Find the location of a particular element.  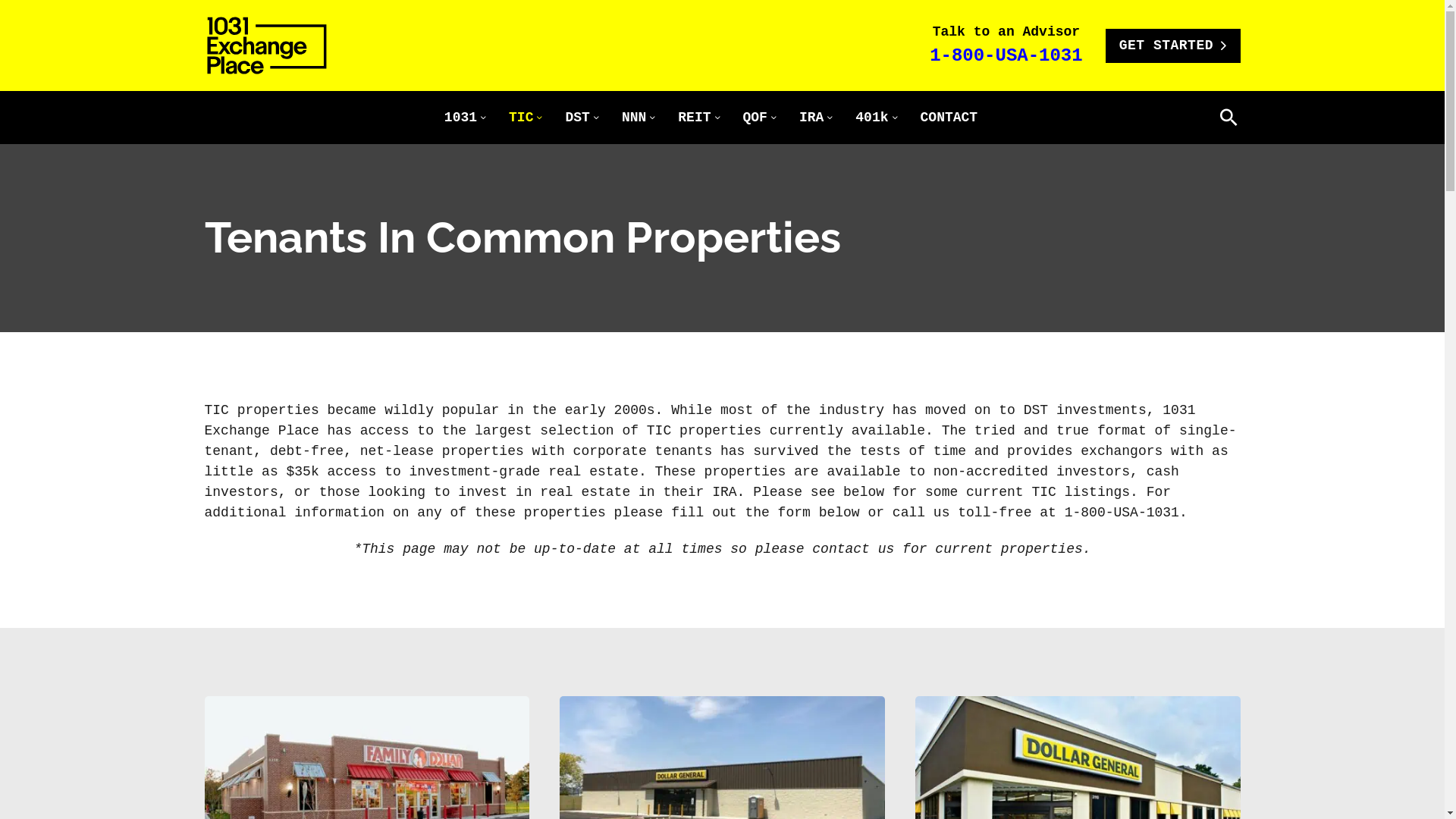

'REIT' is located at coordinates (693, 117).